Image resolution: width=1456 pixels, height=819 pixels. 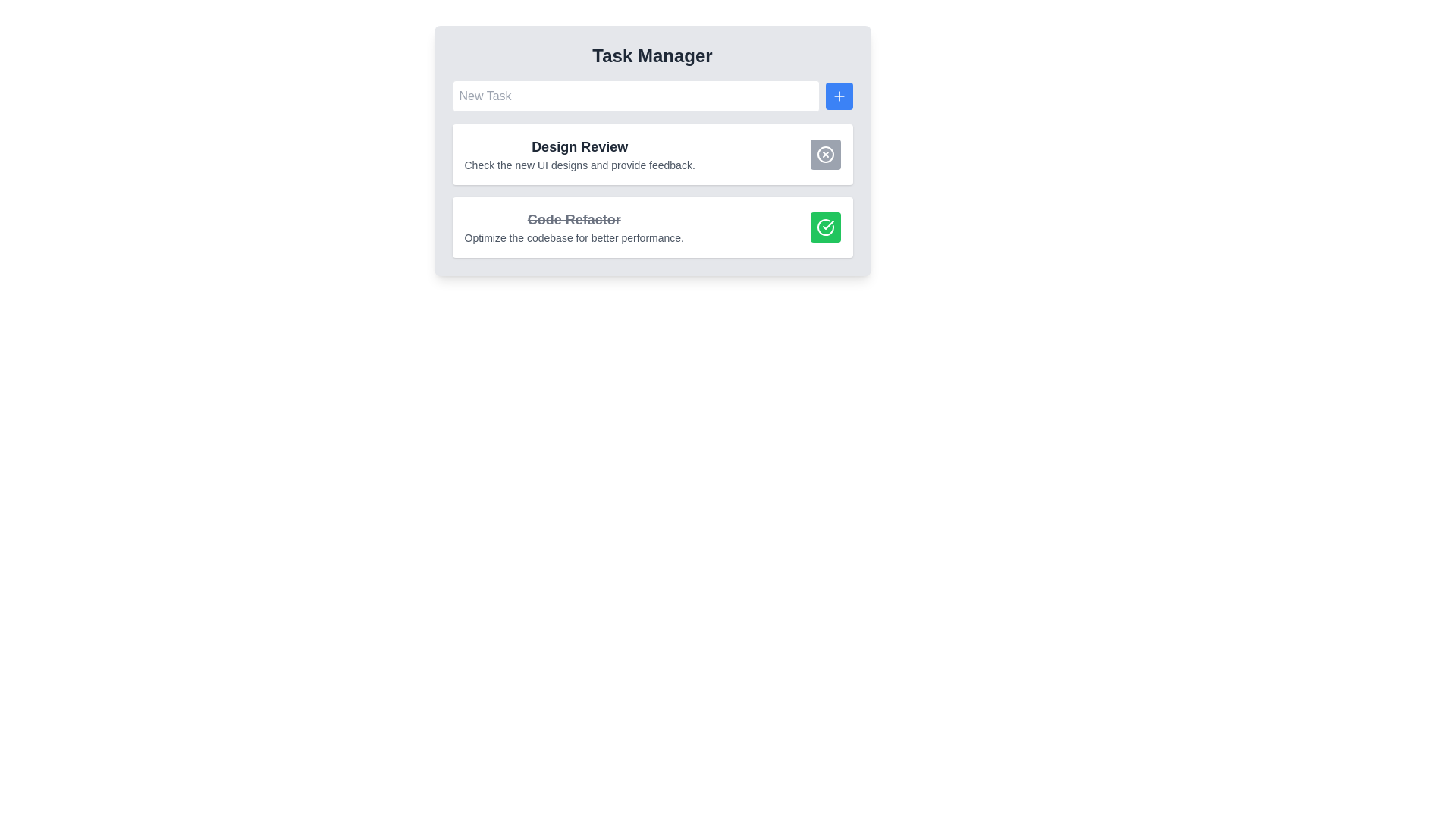 I want to click on the green-rounded button icon indicating confirmation or successful action, located to the right of the 'Code Refactor' text in the task list interface, so click(x=824, y=227).